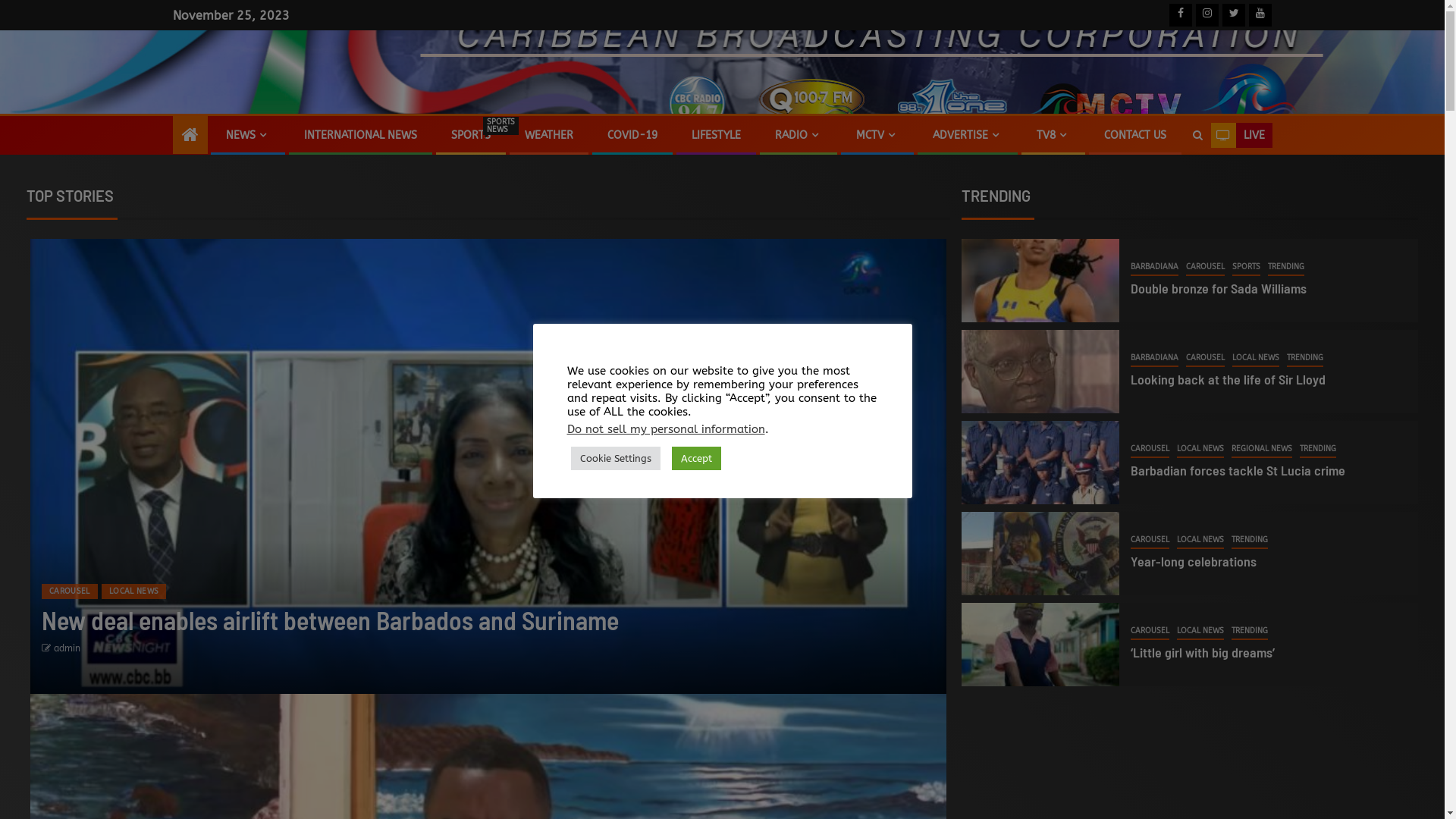 The height and width of the screenshot is (819, 1456). Describe the element at coordinates (1139, 180) in the screenshot. I see `'Search'` at that location.